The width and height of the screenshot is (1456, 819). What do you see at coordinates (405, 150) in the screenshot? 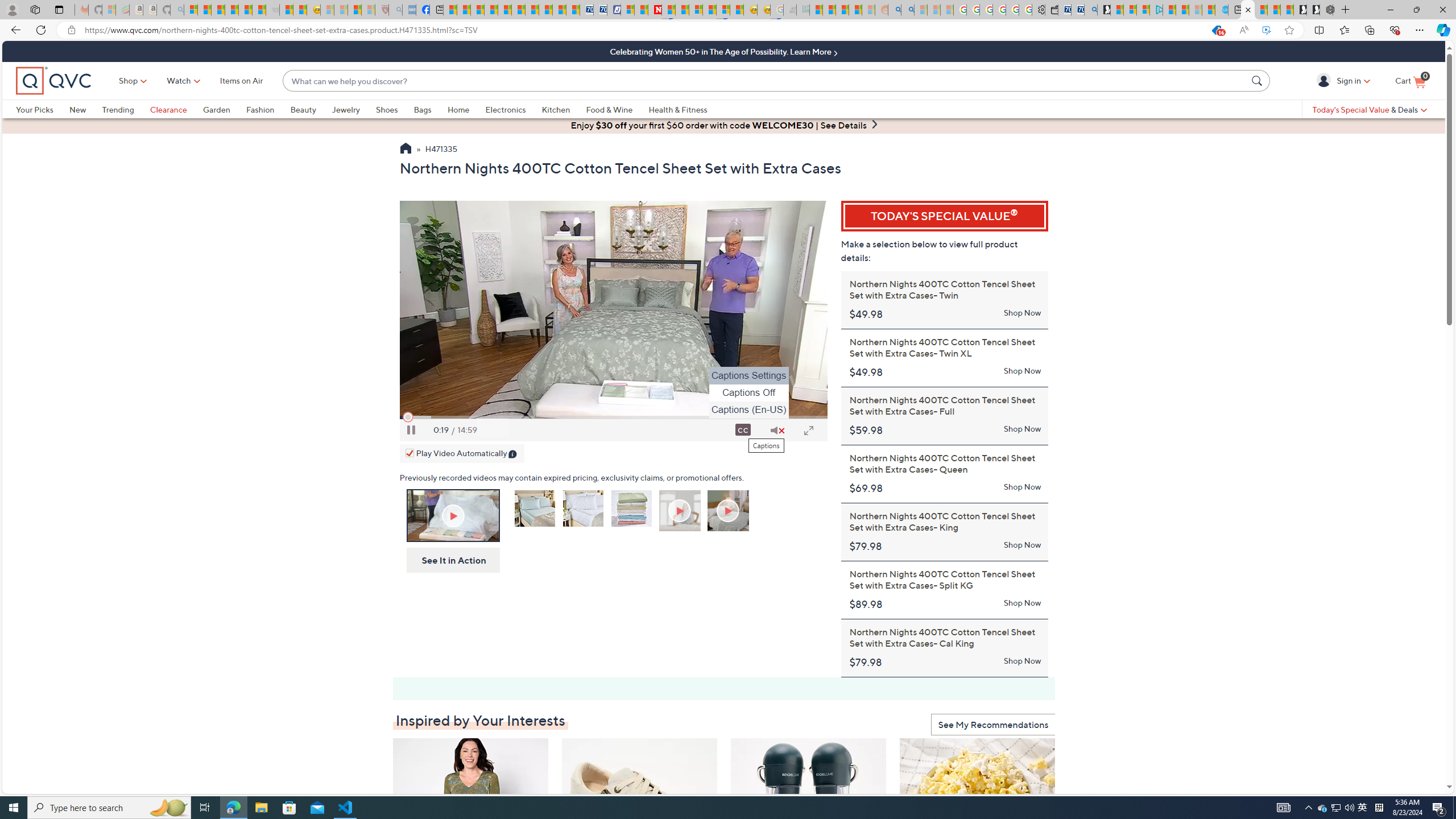
I see `'Return to QVC Homepage'` at bounding box center [405, 150].